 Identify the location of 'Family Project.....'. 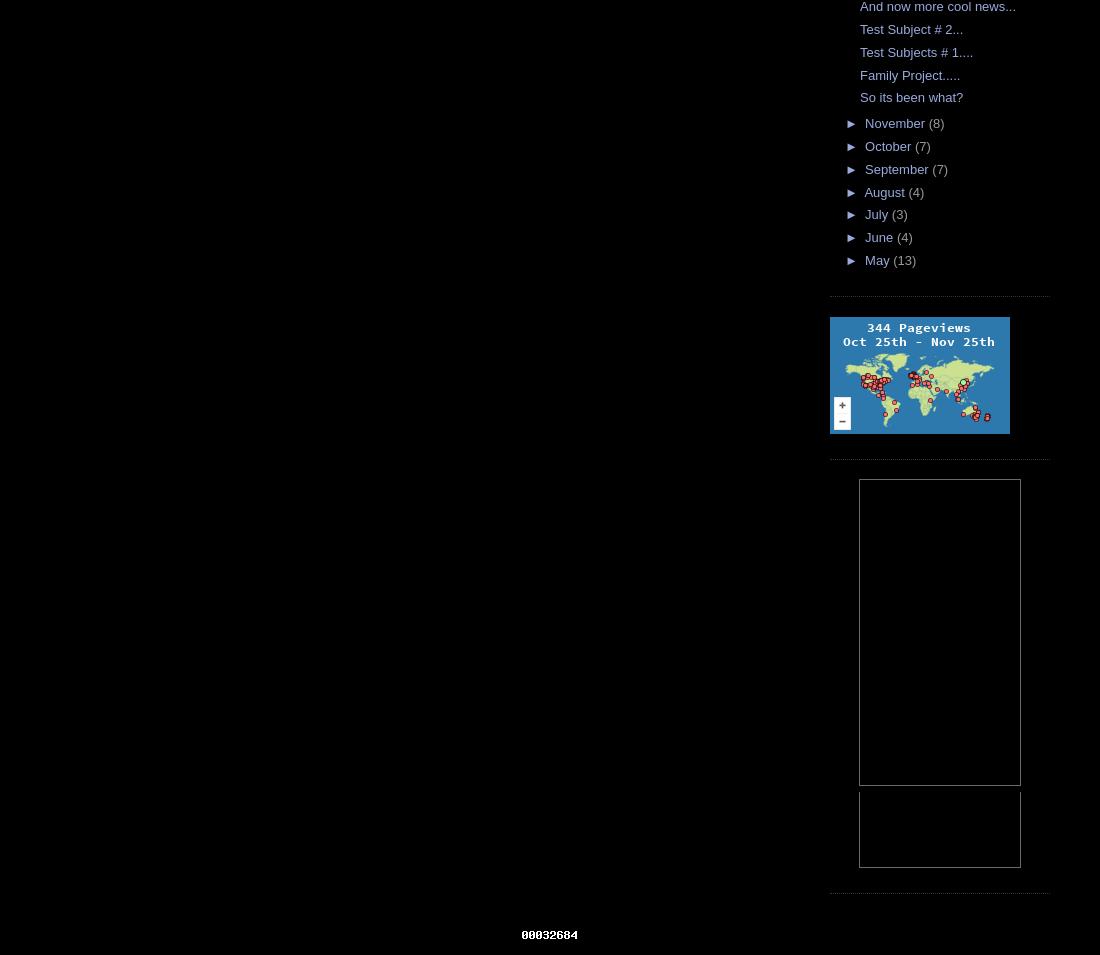
(910, 73).